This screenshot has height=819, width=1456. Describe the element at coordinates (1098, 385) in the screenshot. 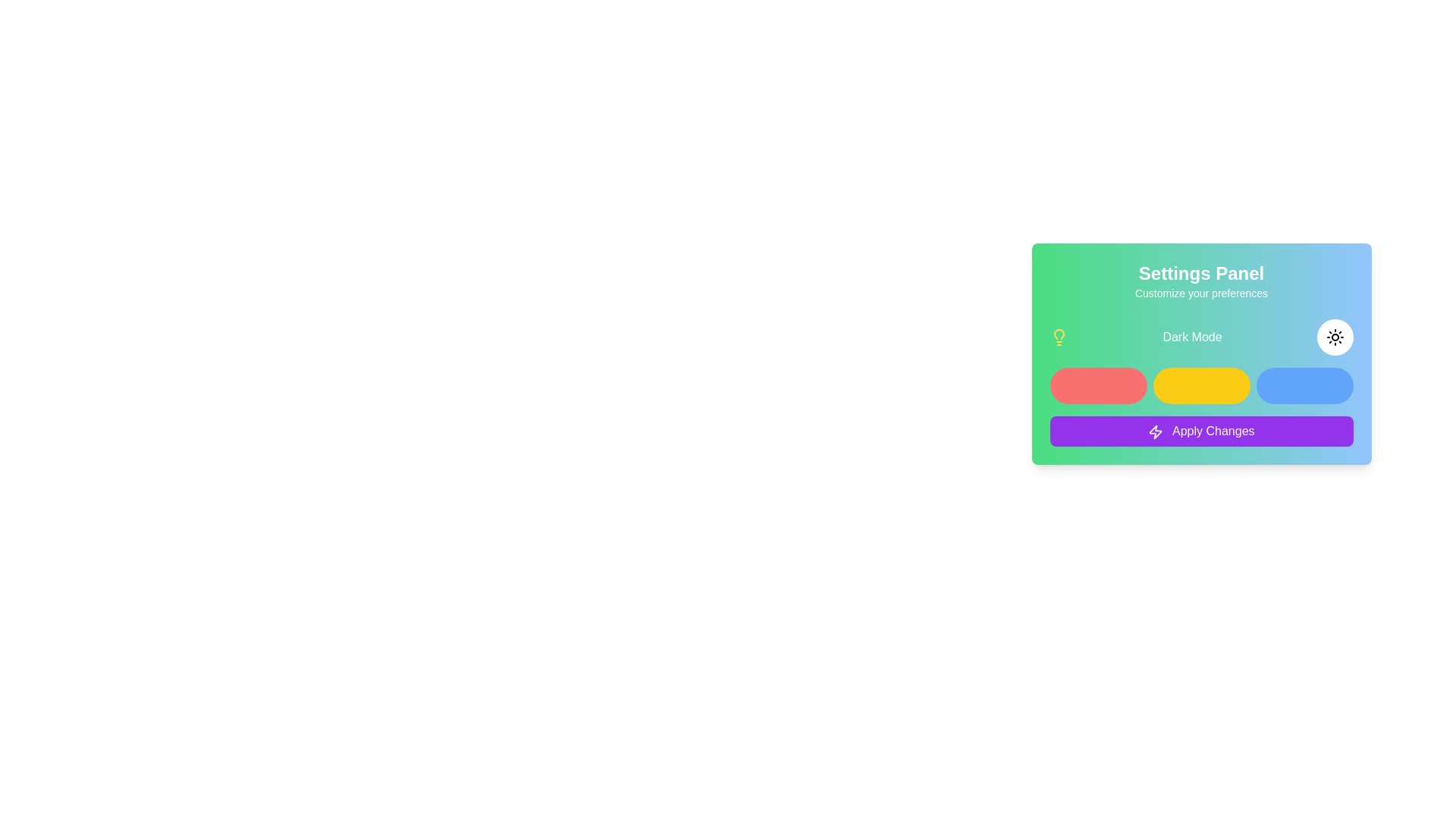

I see `the button located in the first column of a 3-column grid layout, positioned above the yellow and blue buttons` at that location.